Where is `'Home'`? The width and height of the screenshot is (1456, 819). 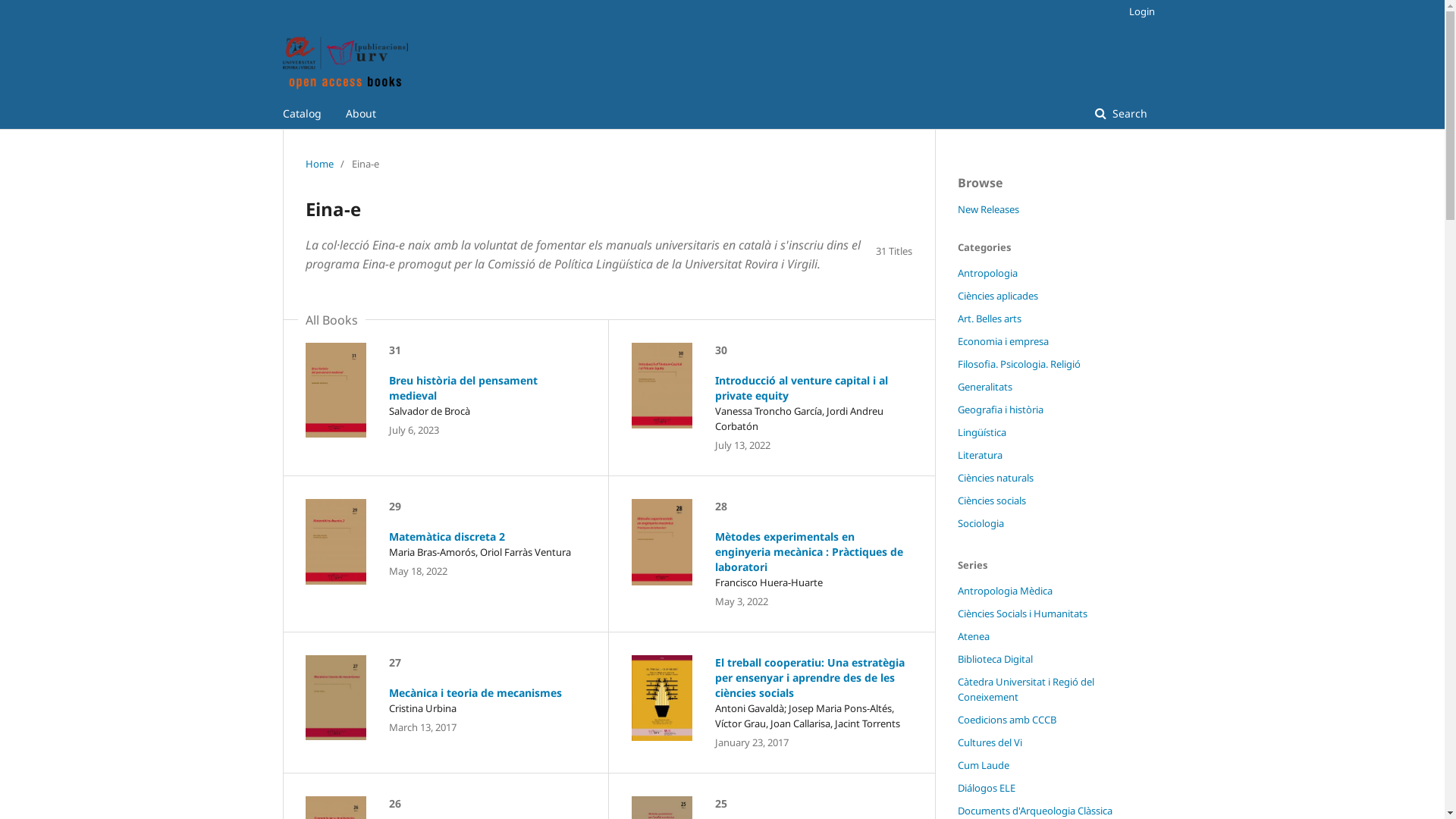 'Home' is located at coordinates (318, 164).